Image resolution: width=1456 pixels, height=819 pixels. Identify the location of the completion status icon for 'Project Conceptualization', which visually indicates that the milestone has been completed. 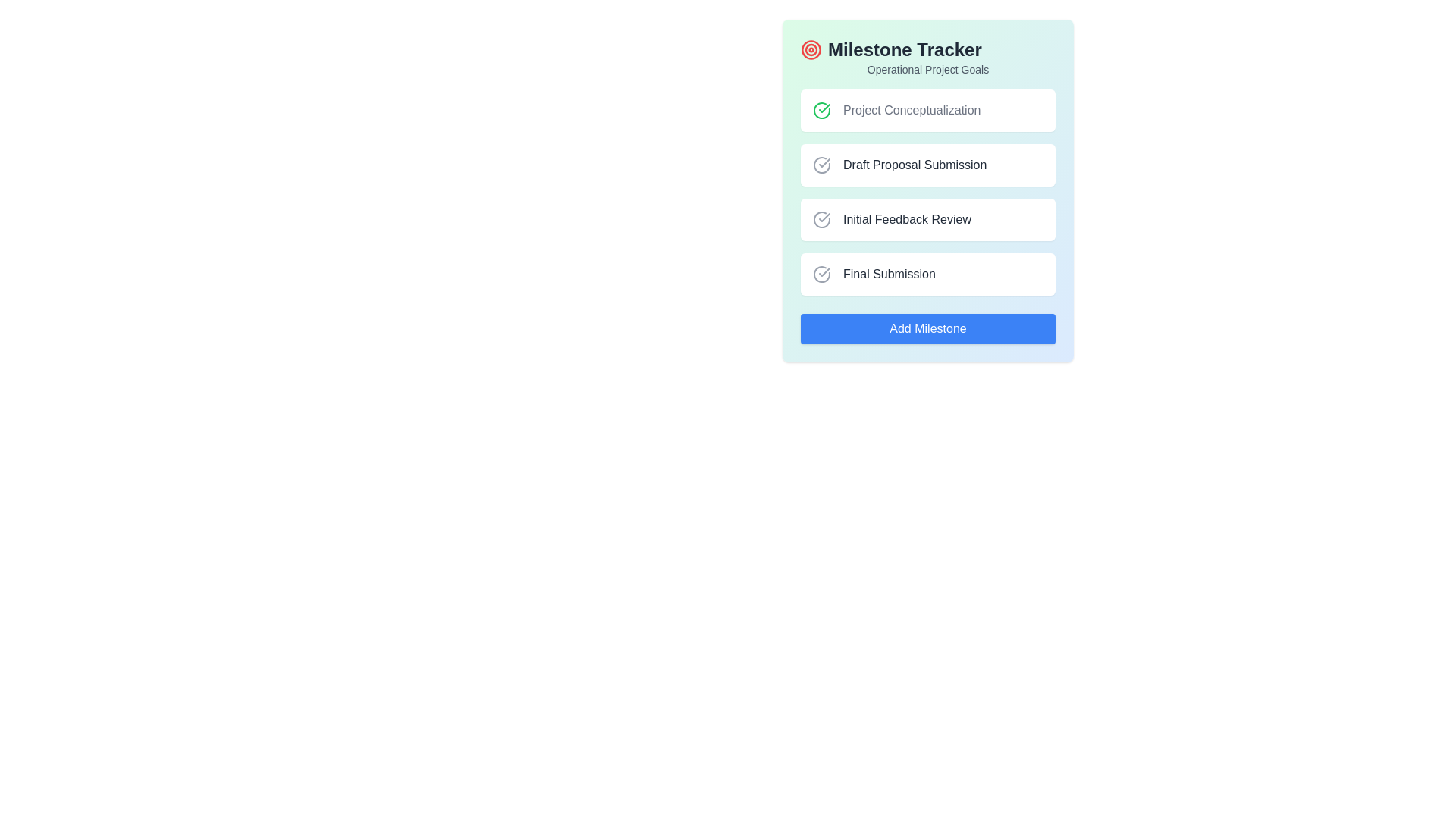
(824, 271).